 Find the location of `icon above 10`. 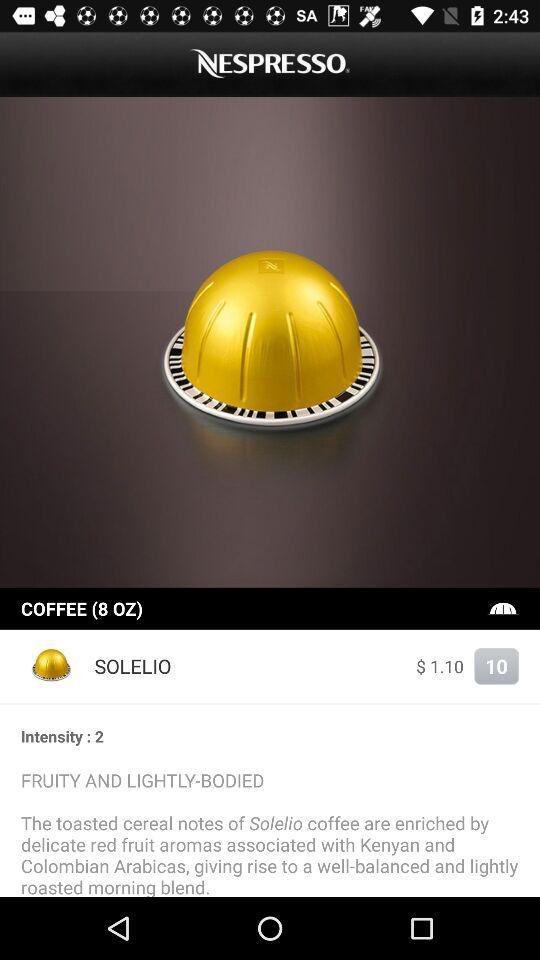

icon above 10 is located at coordinates (502, 607).